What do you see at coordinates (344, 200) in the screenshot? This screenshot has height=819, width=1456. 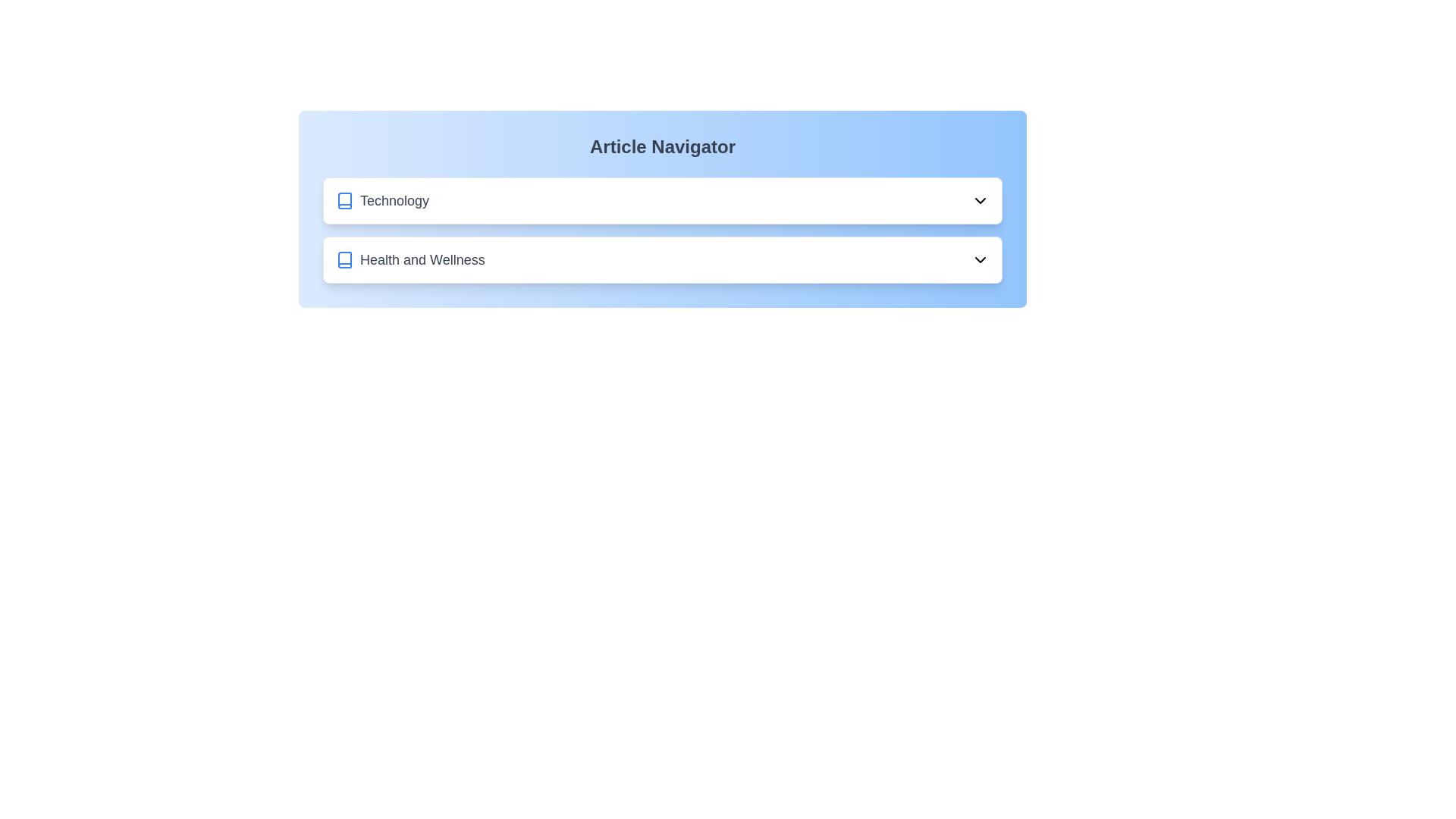 I see `the blue book icon that is positioned to the left of the 'Technology' label, as part of its context` at bounding box center [344, 200].